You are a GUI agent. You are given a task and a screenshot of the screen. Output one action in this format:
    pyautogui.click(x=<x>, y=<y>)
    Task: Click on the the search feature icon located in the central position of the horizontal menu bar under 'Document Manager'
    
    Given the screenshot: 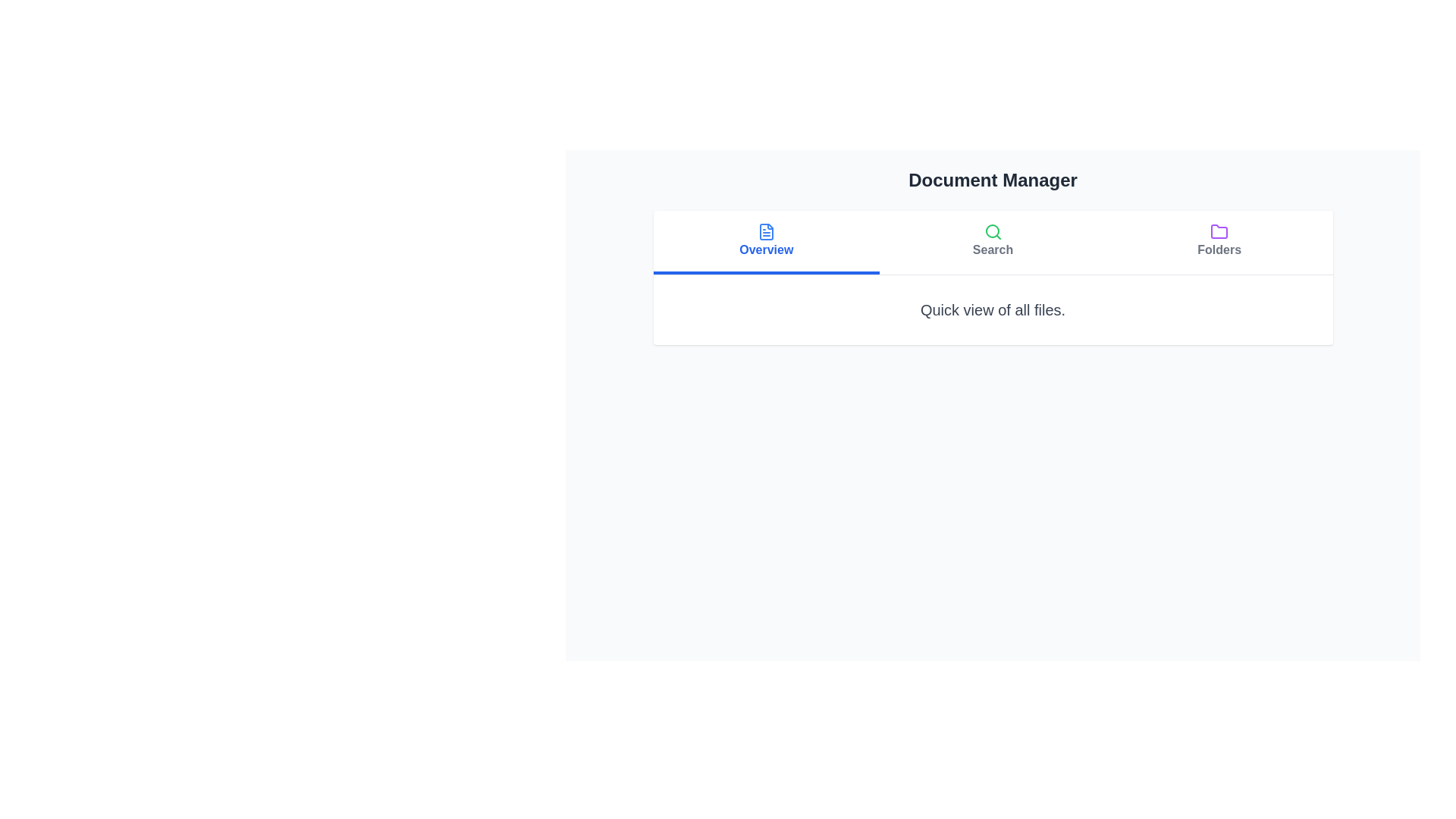 What is the action you would take?
    pyautogui.click(x=993, y=240)
    